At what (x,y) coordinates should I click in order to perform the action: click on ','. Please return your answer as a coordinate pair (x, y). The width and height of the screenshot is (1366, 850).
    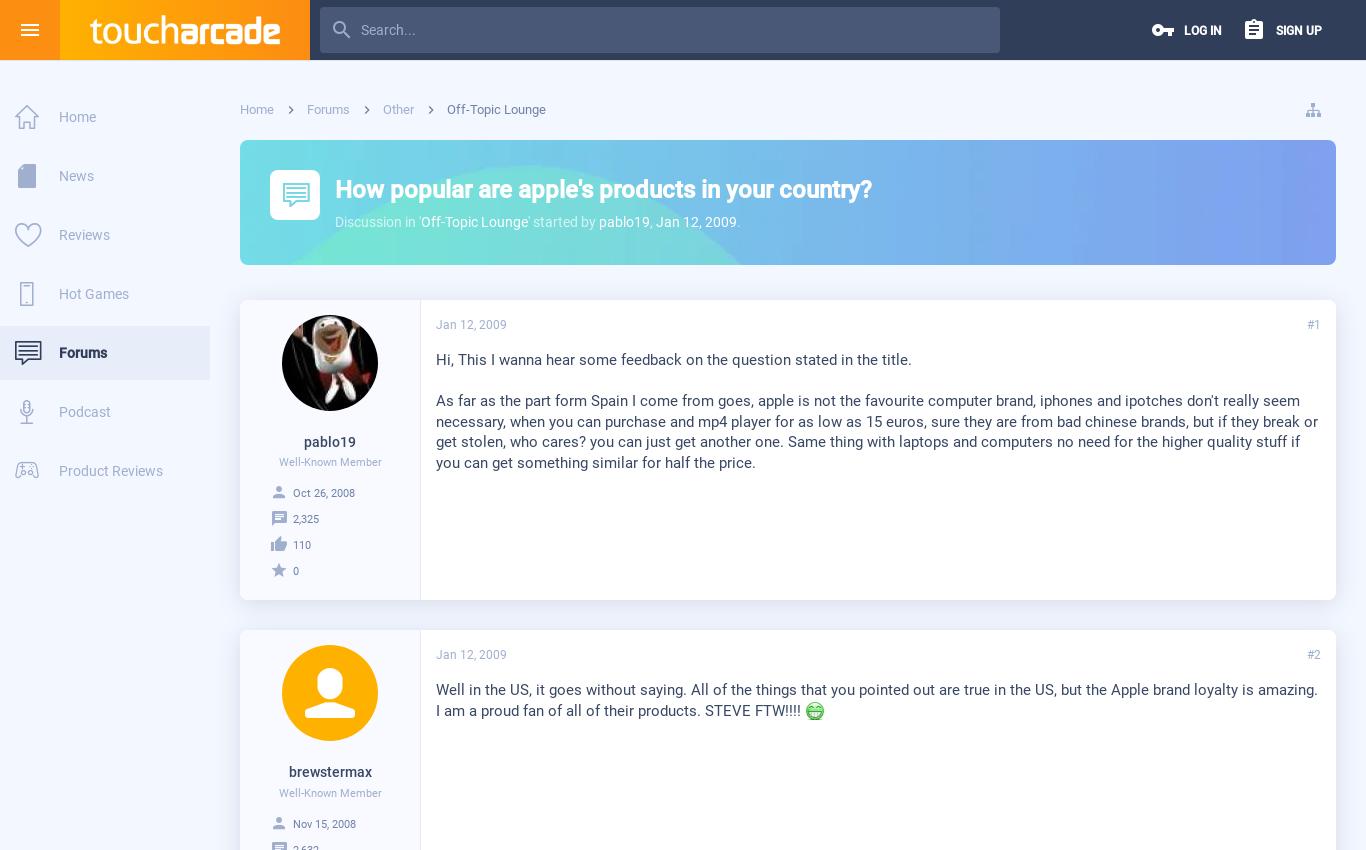
    Looking at the image, I should click on (651, 221).